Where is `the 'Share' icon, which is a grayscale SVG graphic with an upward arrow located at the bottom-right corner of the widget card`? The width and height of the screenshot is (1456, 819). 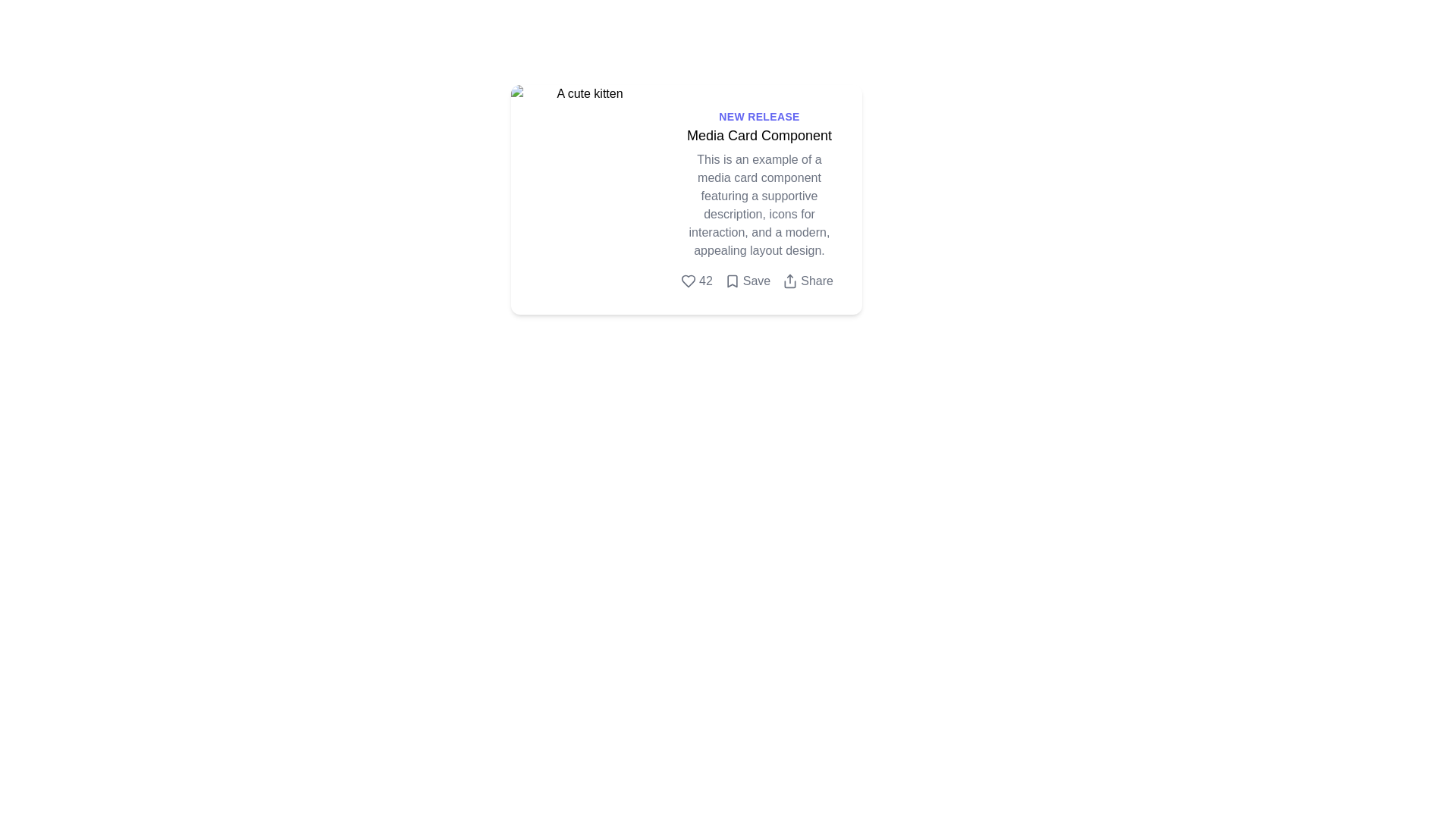 the 'Share' icon, which is a grayscale SVG graphic with an upward arrow located at the bottom-right corner of the widget card is located at coordinates (789, 281).